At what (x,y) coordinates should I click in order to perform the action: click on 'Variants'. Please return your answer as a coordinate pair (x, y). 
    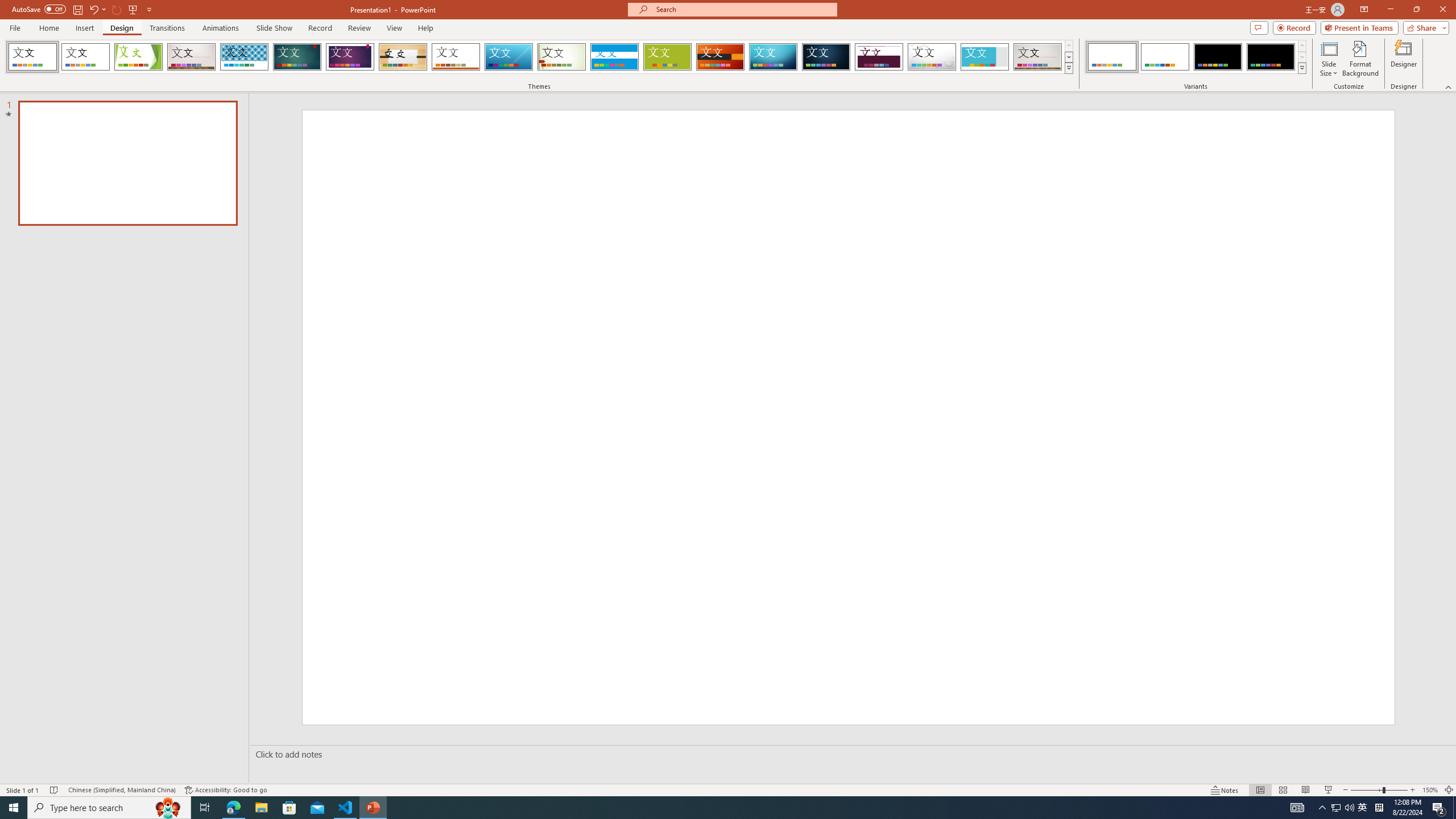
    Looking at the image, I should click on (1301, 67).